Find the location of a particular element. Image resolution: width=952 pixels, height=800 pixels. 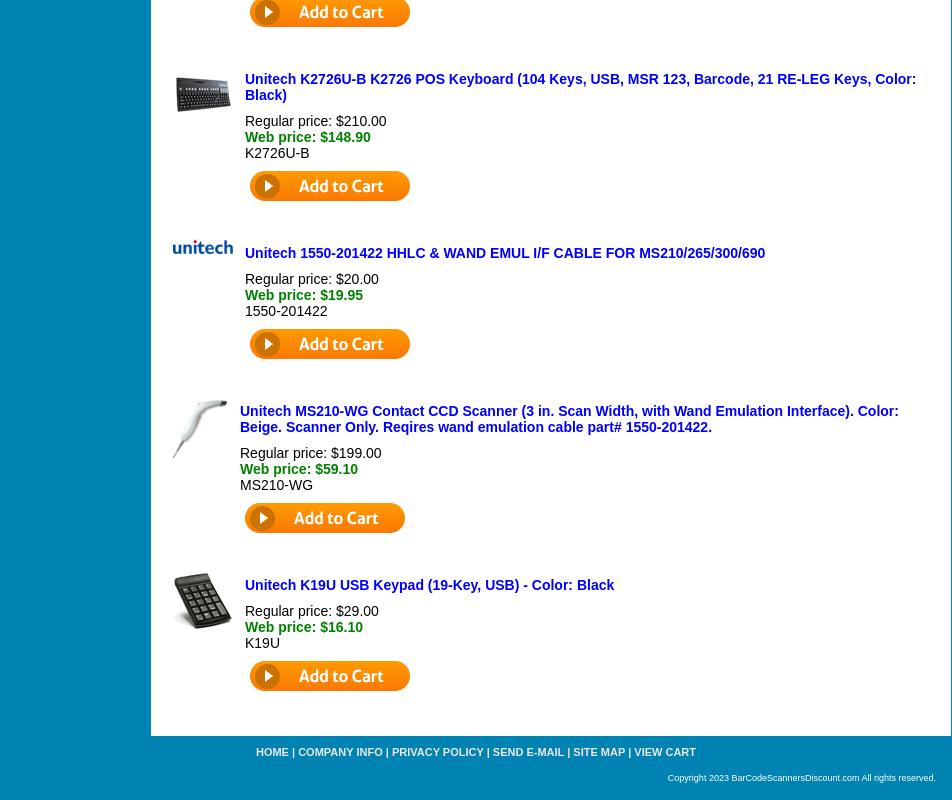

'View Cart' is located at coordinates (664, 750).